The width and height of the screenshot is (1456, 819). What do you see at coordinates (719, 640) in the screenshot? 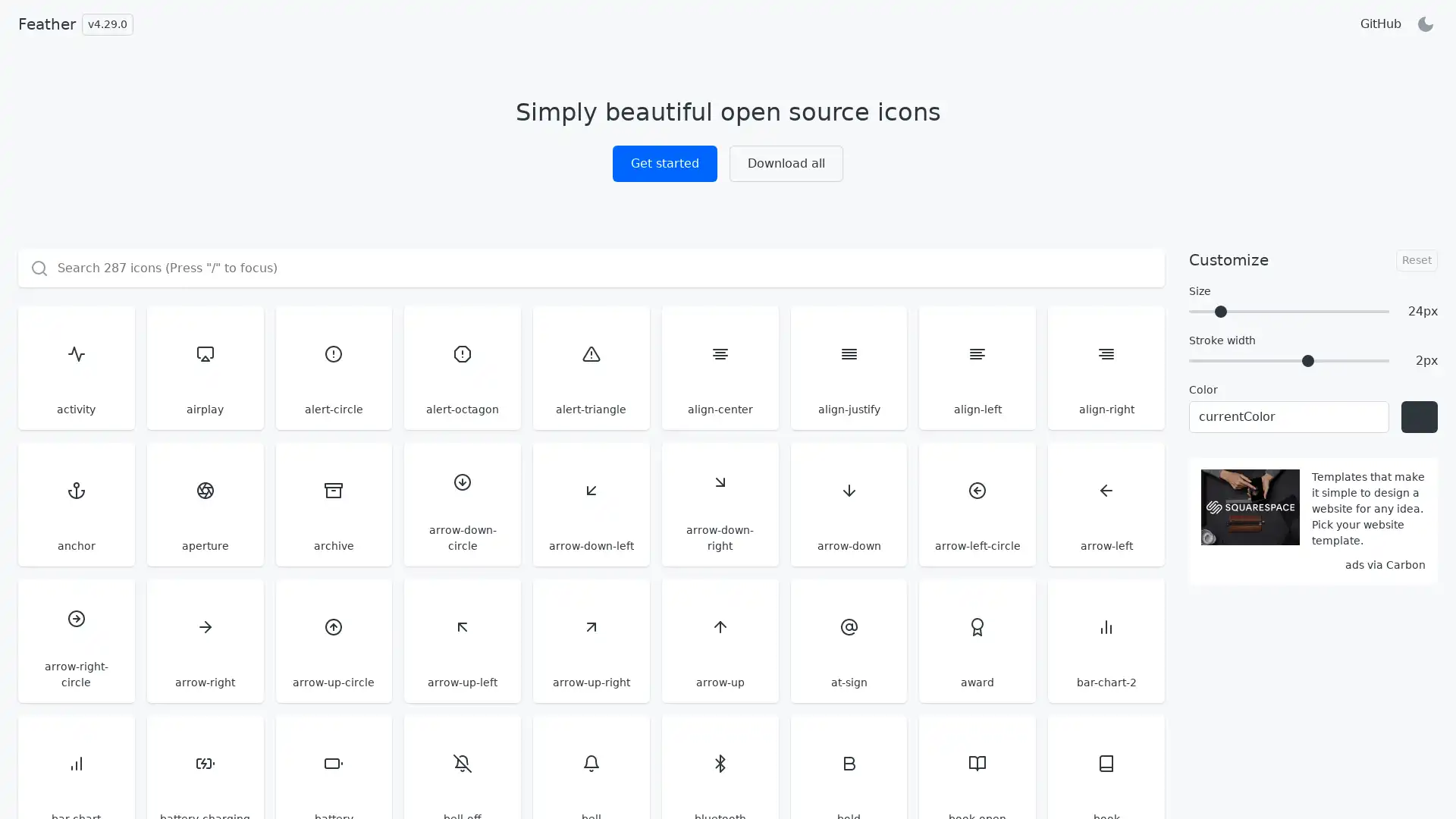
I see `arrow-up` at bounding box center [719, 640].